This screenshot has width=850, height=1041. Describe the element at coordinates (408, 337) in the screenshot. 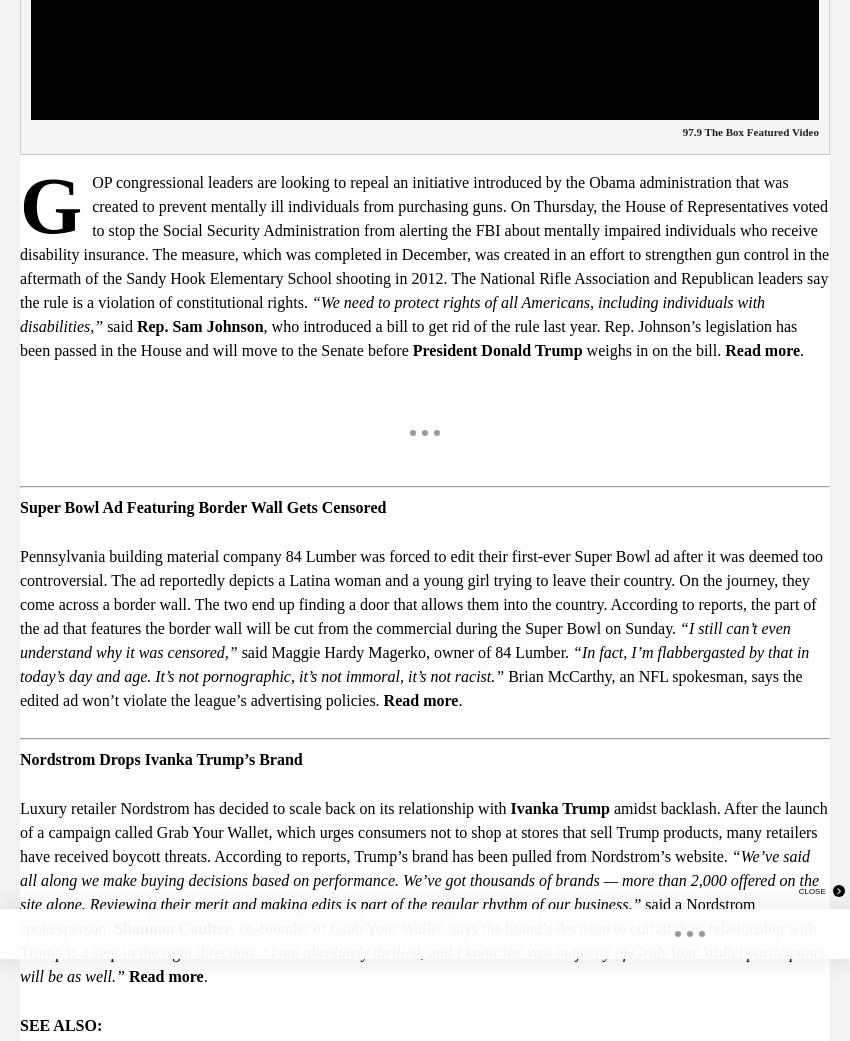

I see `', who introduced a bill to get rid of the rule last year. Rep. Johnson’s legislation has been passed in the House and will move to the Senate before'` at that location.